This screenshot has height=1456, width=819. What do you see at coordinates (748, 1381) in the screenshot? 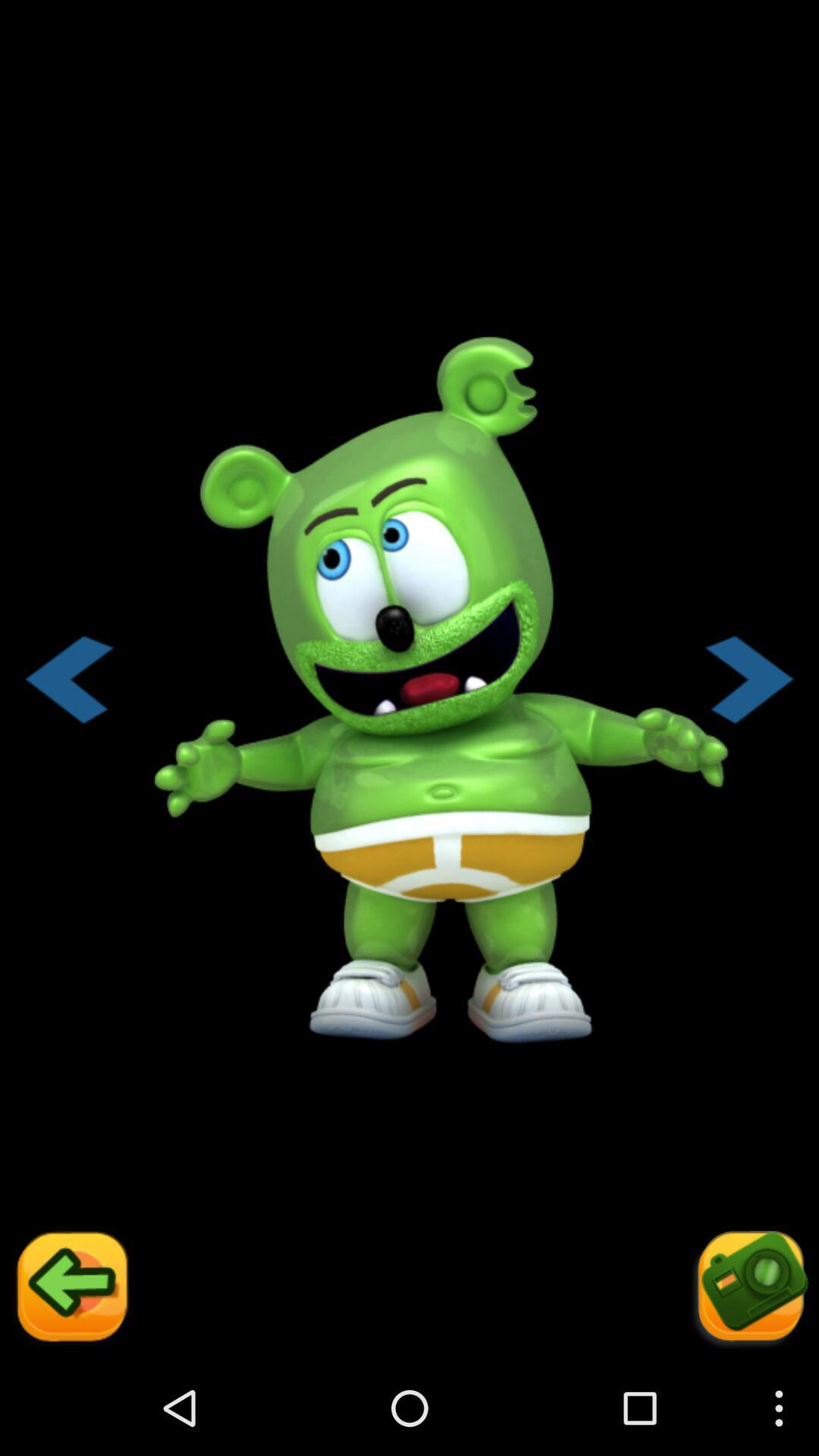
I see `the photo icon` at bounding box center [748, 1381].